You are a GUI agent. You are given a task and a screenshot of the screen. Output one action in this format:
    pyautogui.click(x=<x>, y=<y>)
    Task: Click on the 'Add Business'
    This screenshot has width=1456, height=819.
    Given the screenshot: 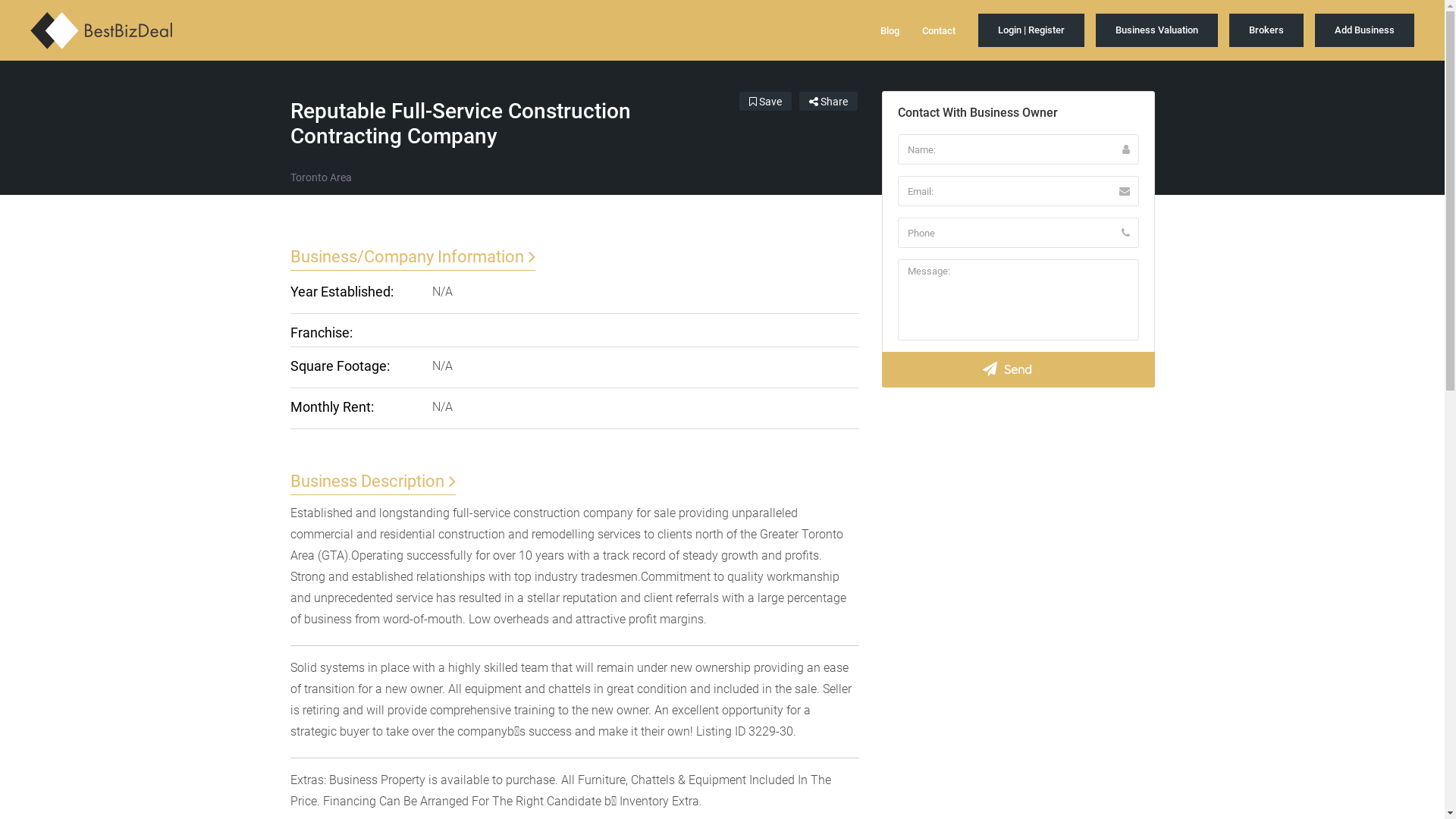 What is the action you would take?
    pyautogui.click(x=1364, y=30)
    